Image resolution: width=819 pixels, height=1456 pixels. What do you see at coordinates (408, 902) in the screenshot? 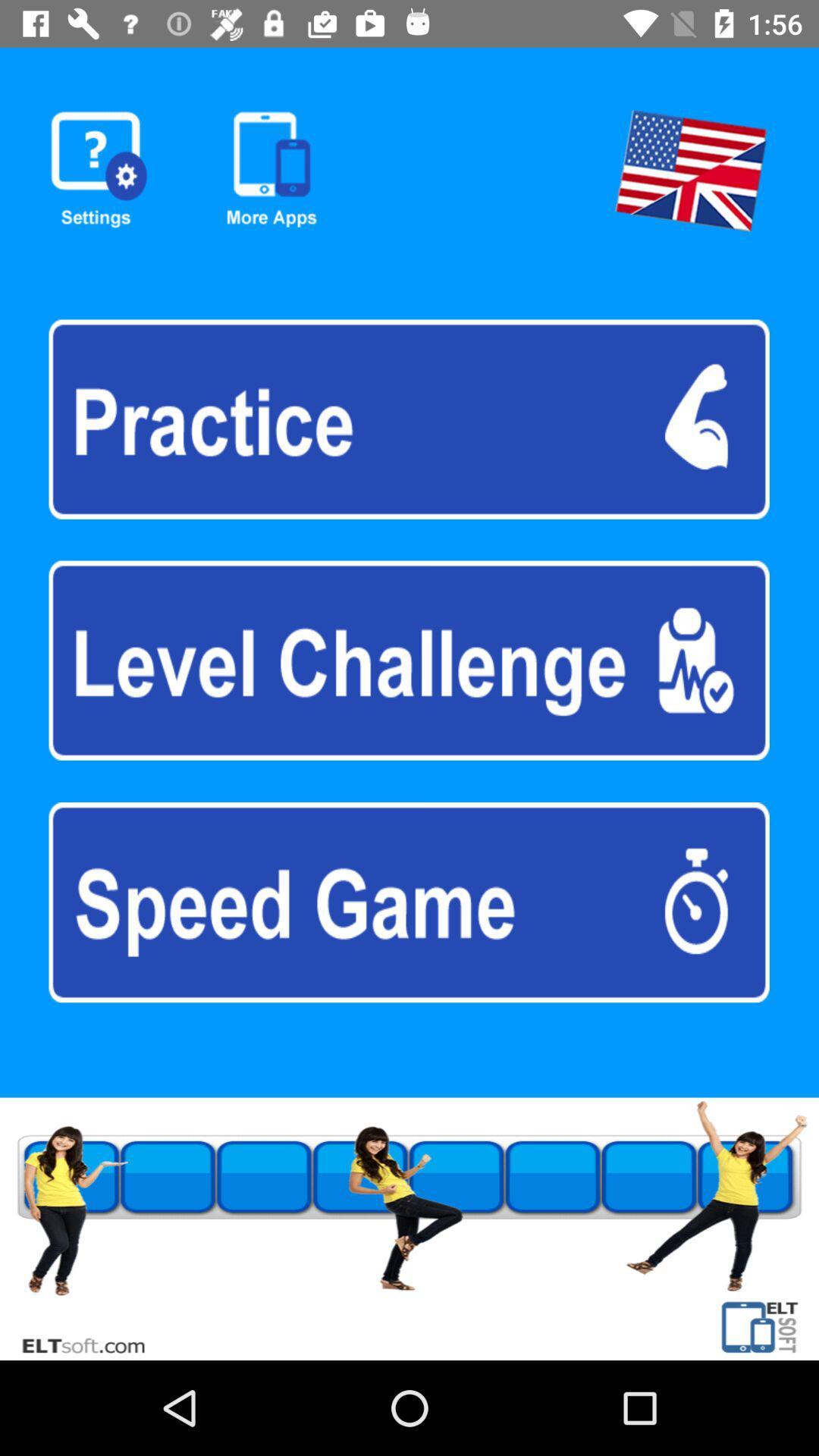
I see `the speed game` at bounding box center [408, 902].